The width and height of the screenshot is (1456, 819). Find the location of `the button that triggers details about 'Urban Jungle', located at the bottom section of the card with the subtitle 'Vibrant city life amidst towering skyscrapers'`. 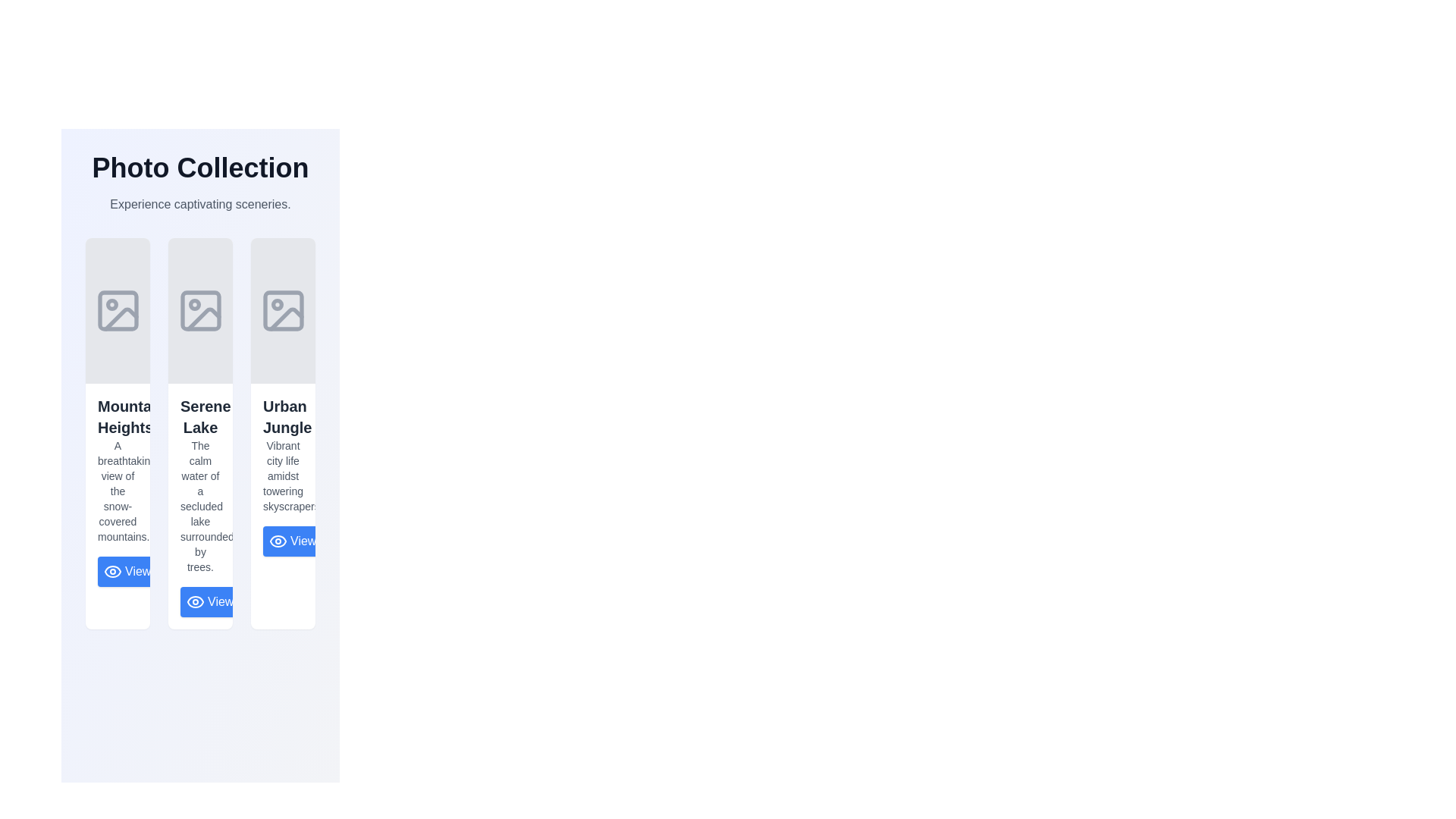

the button that triggers details about 'Urban Jungle', located at the bottom section of the card with the subtitle 'Vibrant city life amidst towering skyscrapers' is located at coordinates (283, 540).